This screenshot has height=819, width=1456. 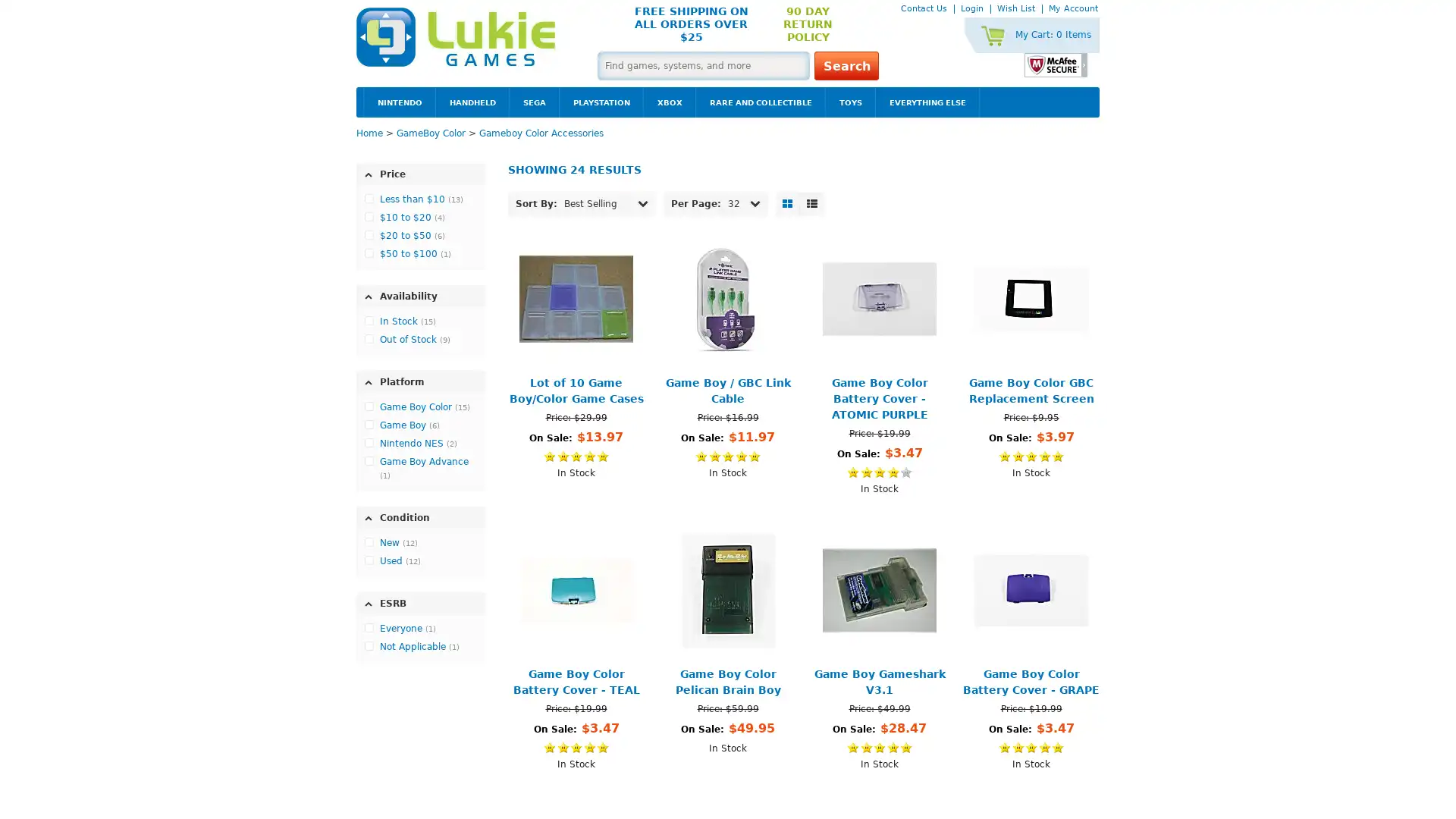 What do you see at coordinates (846, 65) in the screenshot?
I see `Search` at bounding box center [846, 65].